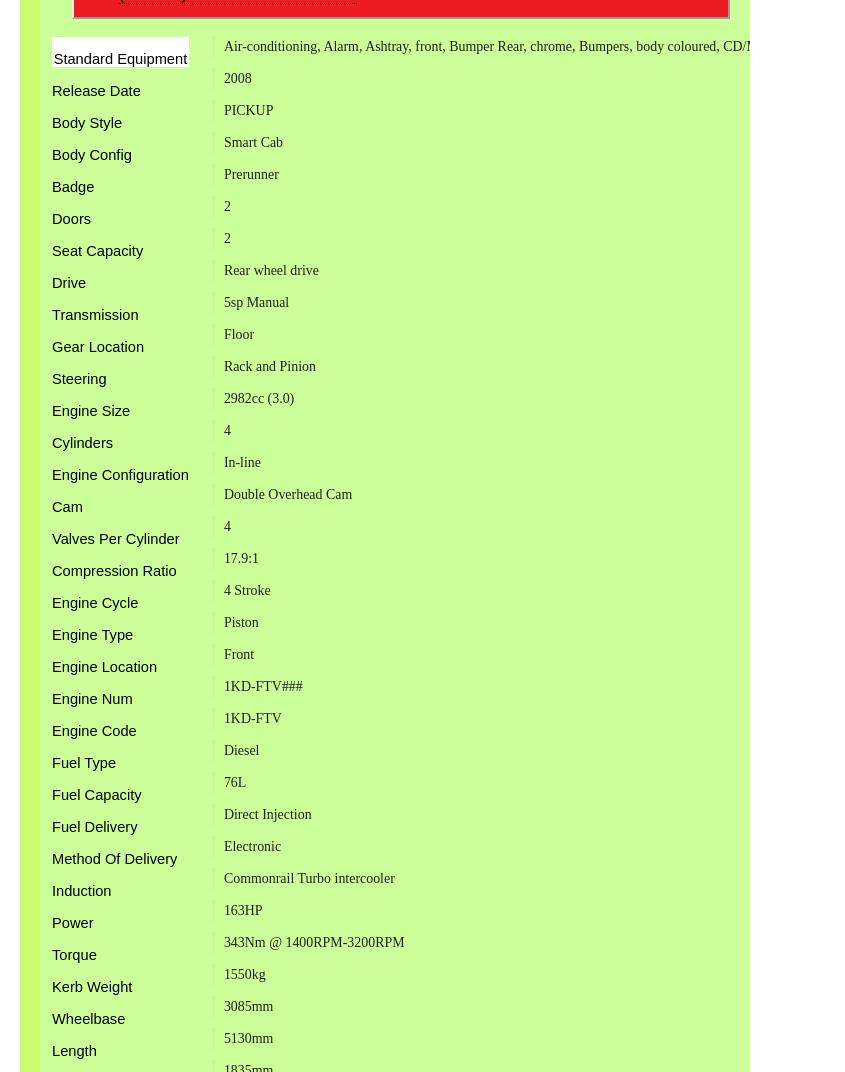 The height and width of the screenshot is (1072, 845). What do you see at coordinates (221, 173) in the screenshot?
I see `'Prerunner'` at bounding box center [221, 173].